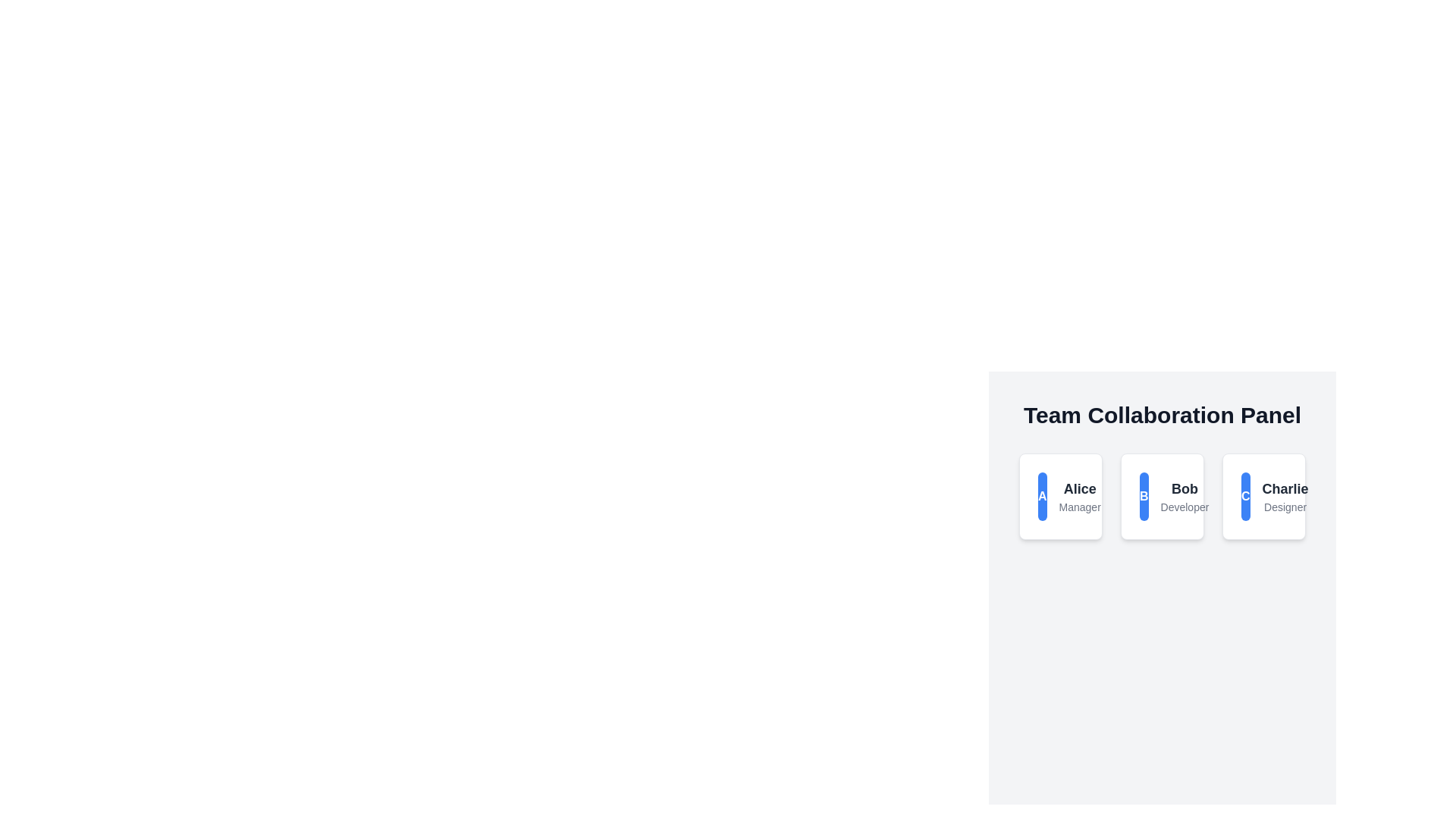  Describe the element at coordinates (1263, 497) in the screenshot. I see `information displayed on the Profile Card for 'Charlie', who is a 'Designer', located in the Team Collaboration Panel, specifically the third card in the grid layout` at that location.